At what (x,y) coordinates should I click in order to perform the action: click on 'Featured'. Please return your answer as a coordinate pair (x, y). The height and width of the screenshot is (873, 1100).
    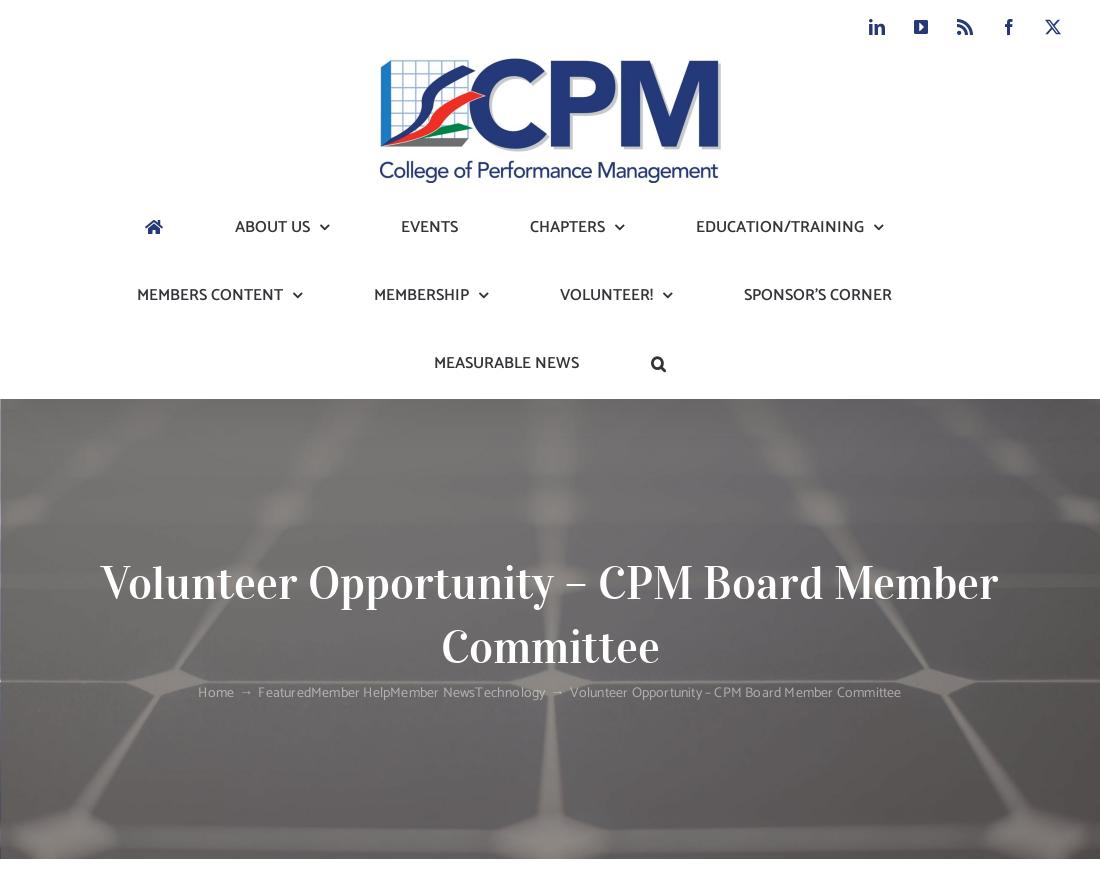
    Looking at the image, I should click on (283, 692).